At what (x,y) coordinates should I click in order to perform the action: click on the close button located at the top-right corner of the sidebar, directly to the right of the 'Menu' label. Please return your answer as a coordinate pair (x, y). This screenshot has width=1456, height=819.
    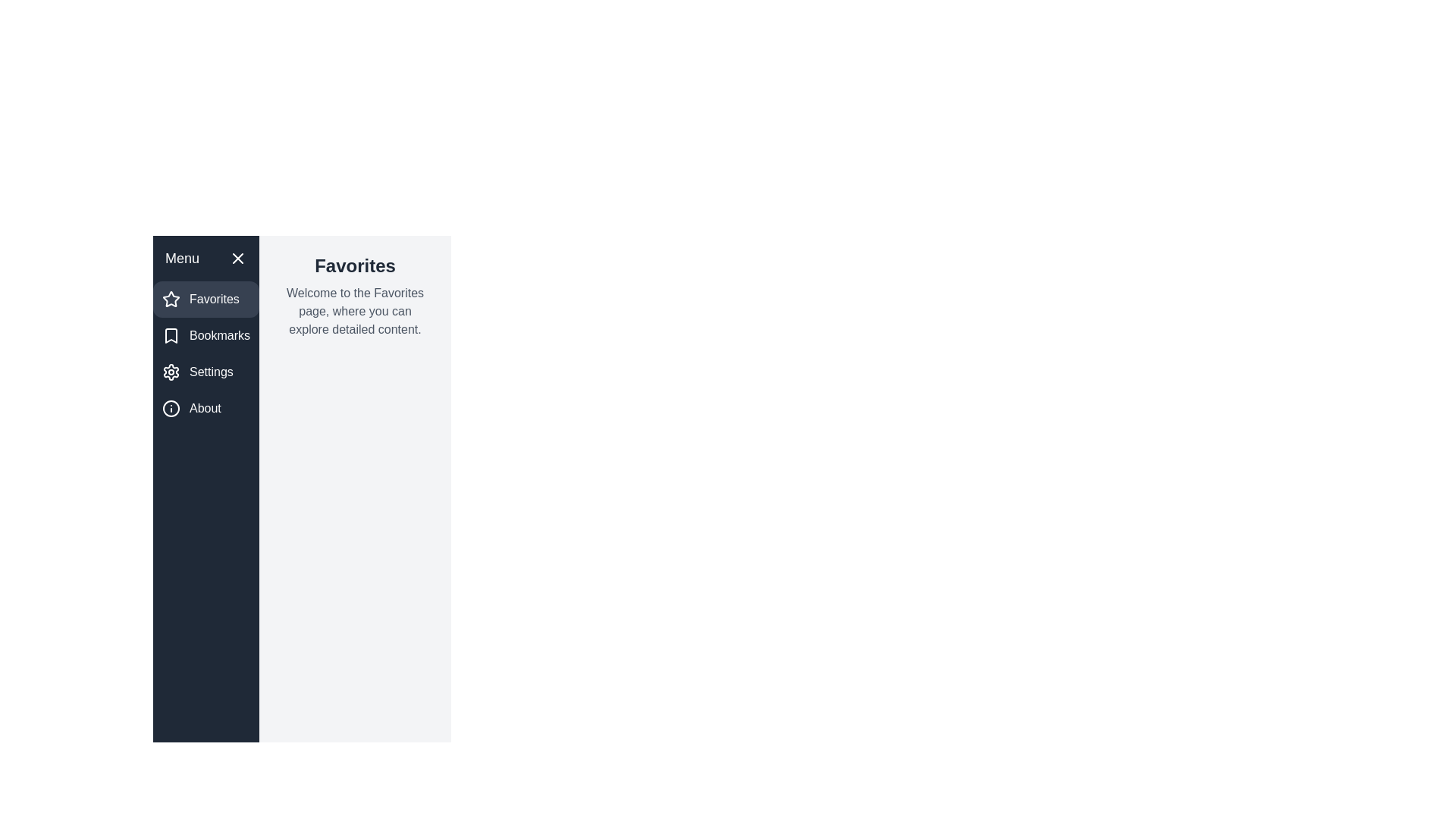
    Looking at the image, I should click on (237, 257).